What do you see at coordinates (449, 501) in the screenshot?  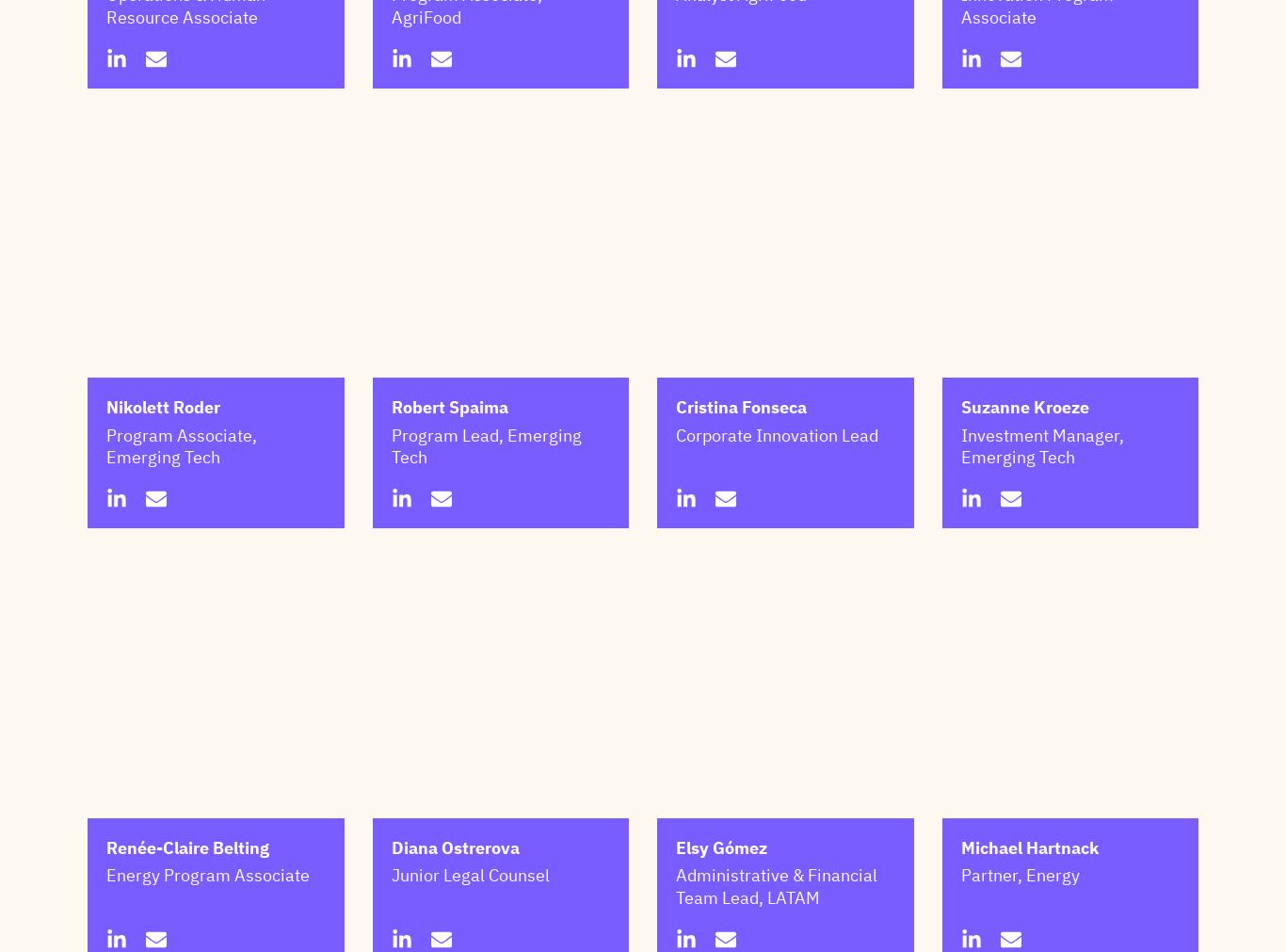 I see `'Robert Spaima'` at bounding box center [449, 501].